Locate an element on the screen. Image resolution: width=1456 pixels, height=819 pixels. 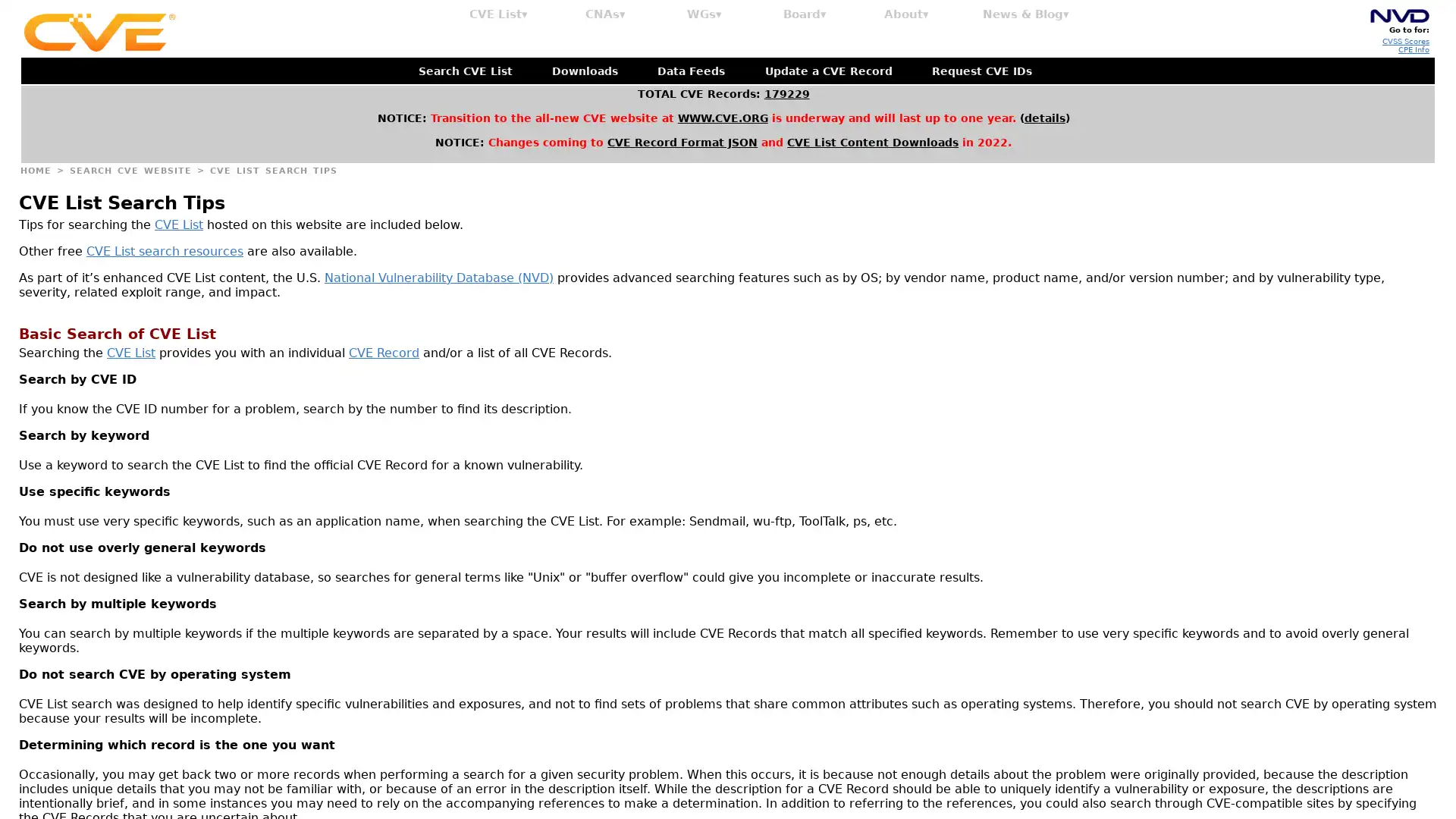
About is located at coordinates (906, 14).